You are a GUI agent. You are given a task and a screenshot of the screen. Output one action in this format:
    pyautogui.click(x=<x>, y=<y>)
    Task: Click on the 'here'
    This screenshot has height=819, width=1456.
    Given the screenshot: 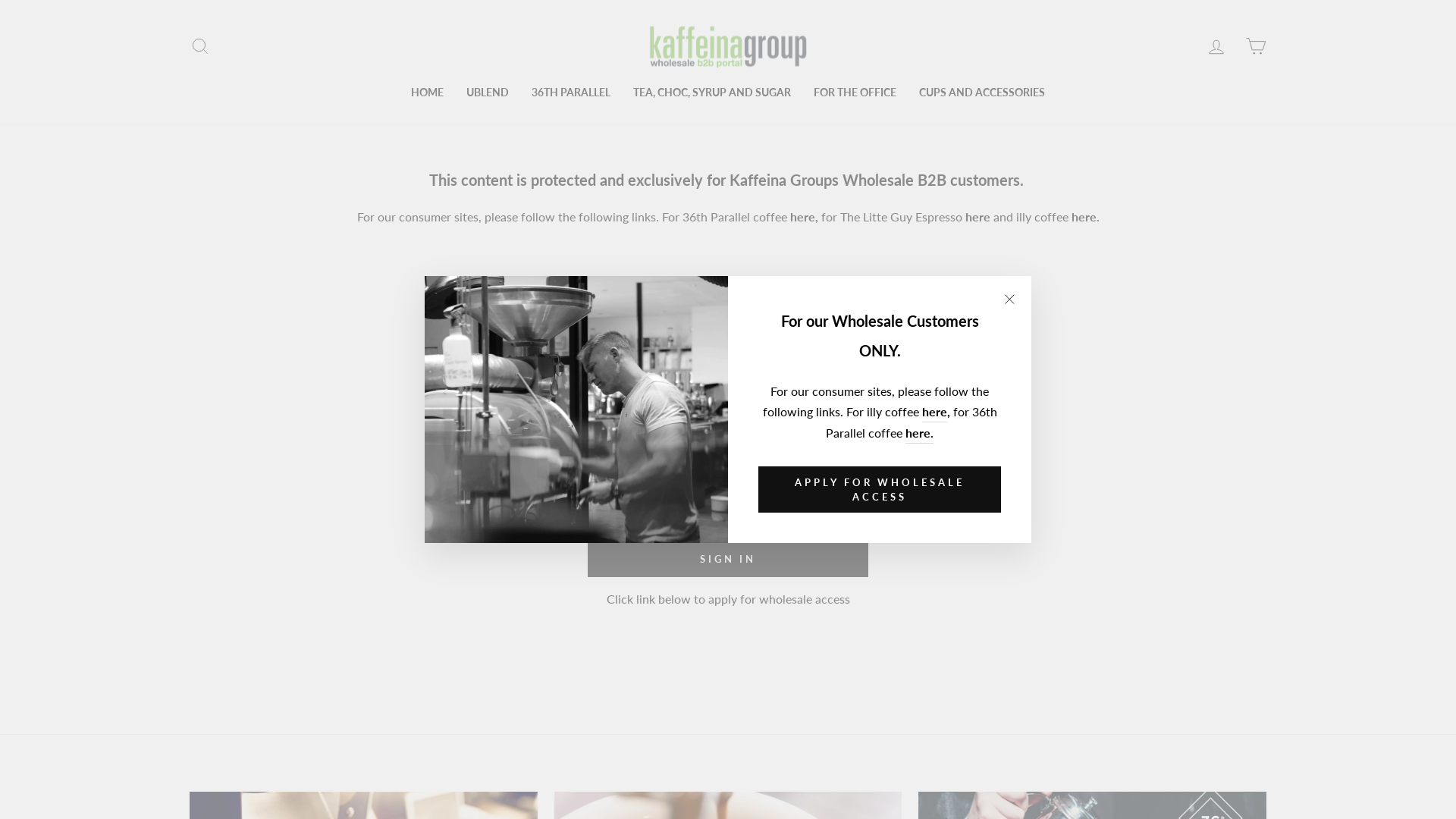 What is the action you would take?
    pyautogui.click(x=934, y=412)
    